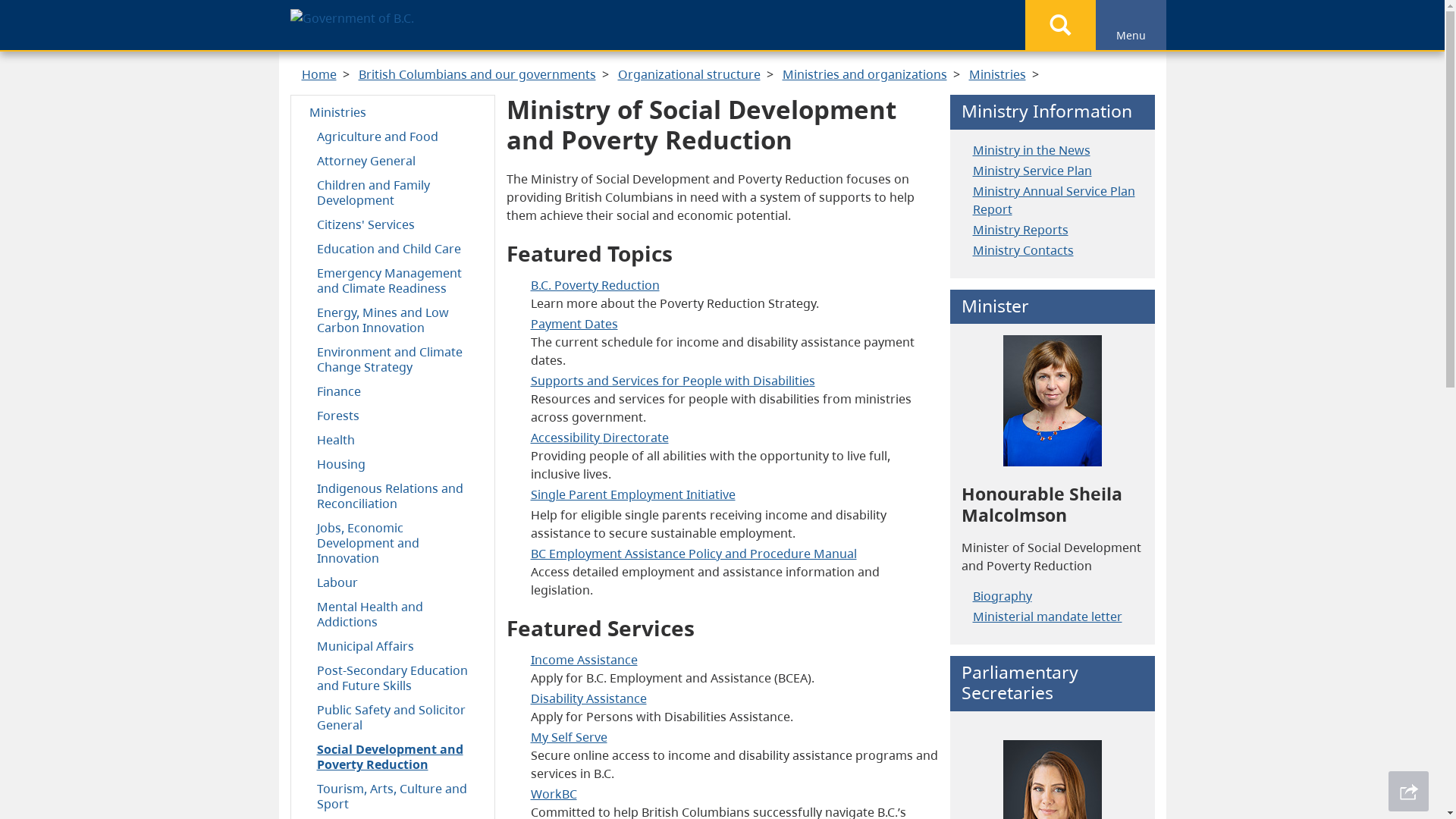 This screenshot has width=1456, height=819. I want to click on 'Finance', so click(393, 390).